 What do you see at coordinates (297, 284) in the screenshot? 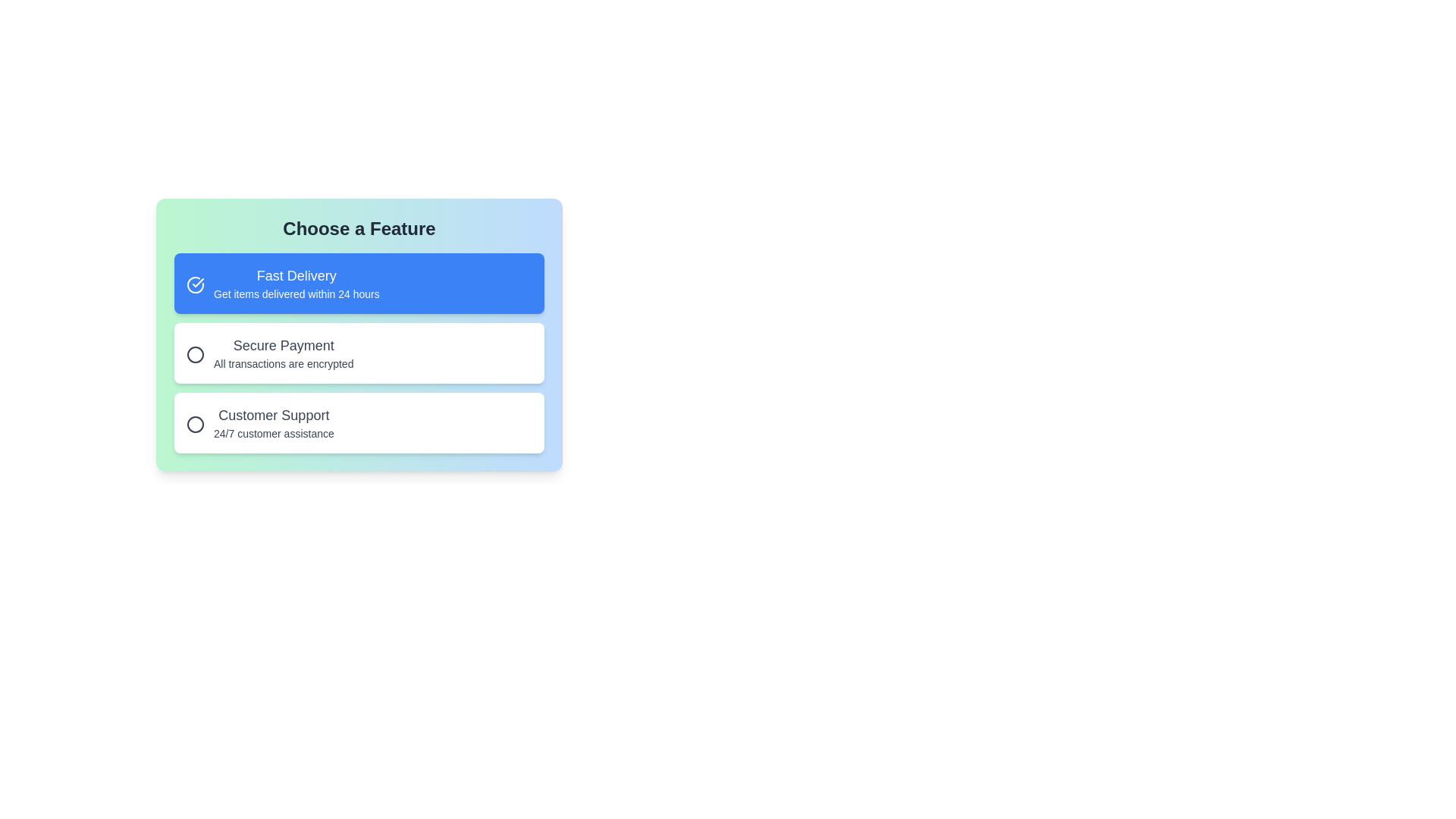
I see `the 'Fast Delivery' text block, which features bold white text on a blue background, located under the 'Choose a Feature' heading` at bounding box center [297, 284].